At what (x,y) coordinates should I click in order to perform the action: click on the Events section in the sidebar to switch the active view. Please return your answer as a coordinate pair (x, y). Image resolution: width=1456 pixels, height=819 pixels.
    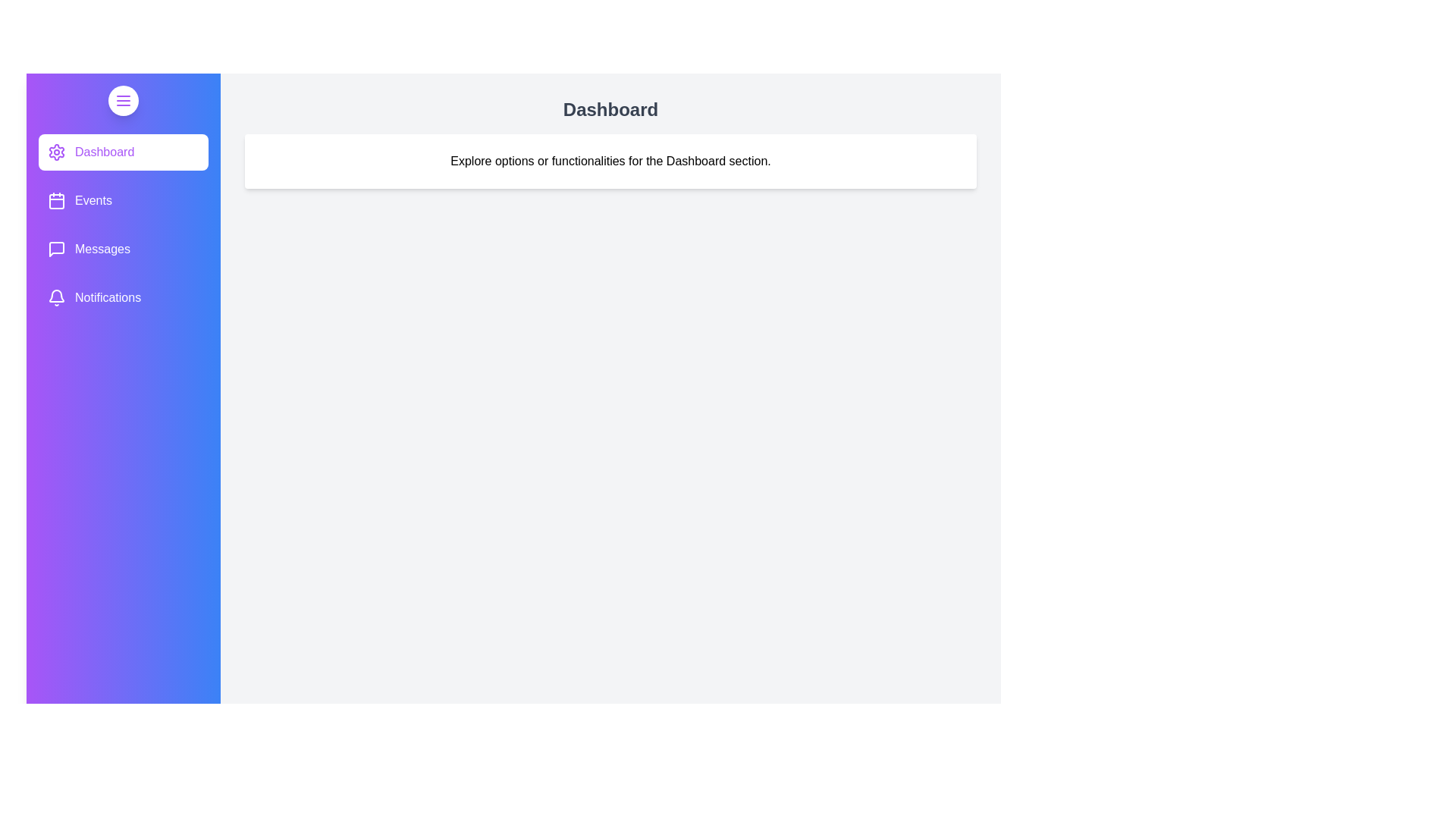
    Looking at the image, I should click on (124, 200).